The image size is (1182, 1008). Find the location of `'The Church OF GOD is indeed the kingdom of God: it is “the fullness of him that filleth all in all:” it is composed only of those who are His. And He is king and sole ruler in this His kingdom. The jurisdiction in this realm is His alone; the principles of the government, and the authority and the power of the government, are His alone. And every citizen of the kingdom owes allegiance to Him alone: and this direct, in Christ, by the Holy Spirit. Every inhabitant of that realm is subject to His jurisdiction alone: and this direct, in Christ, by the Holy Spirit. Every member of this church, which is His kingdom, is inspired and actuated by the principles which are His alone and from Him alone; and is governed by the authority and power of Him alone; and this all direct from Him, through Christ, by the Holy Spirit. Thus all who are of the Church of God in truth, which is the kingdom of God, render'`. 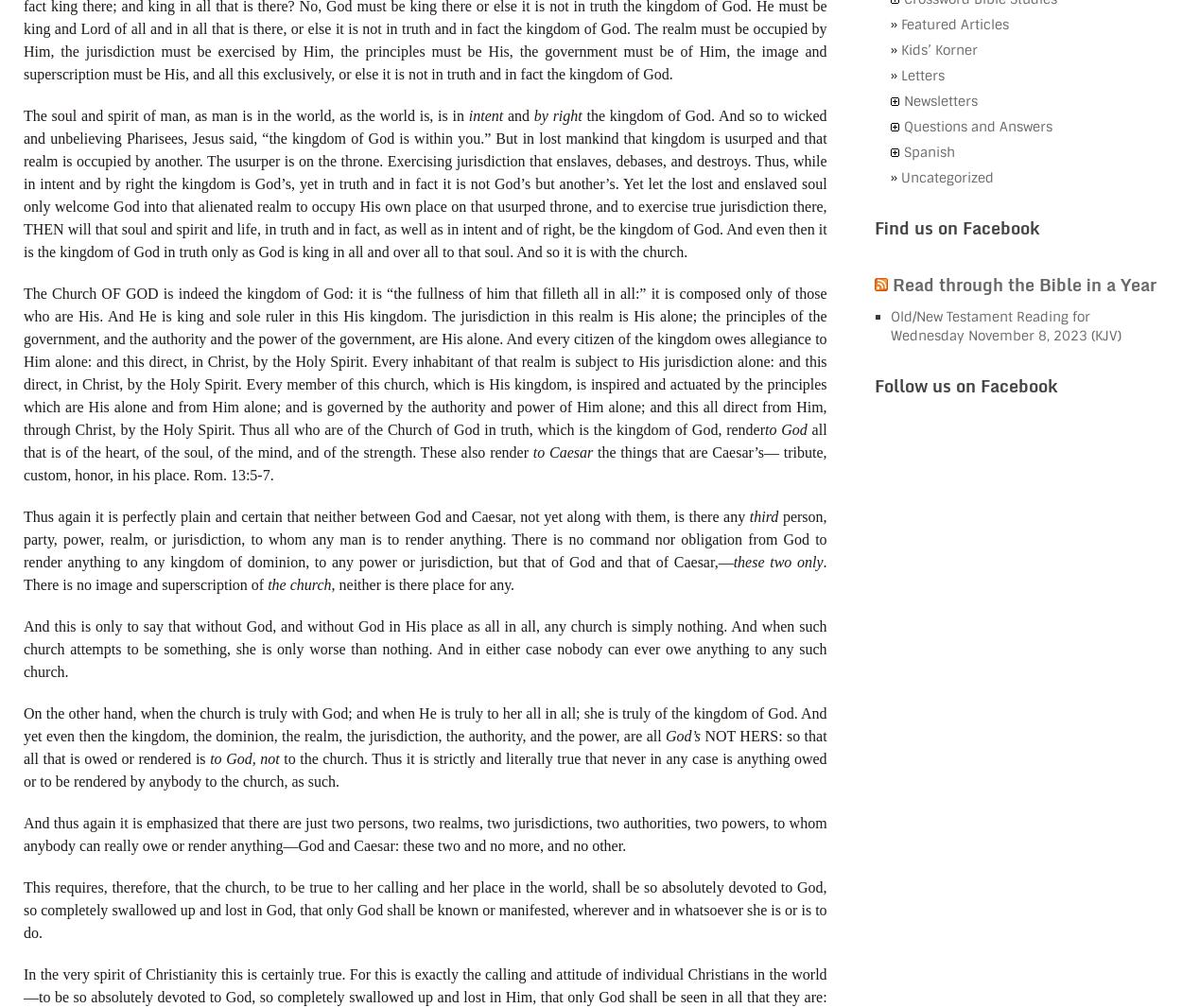

'The Church OF GOD is indeed the kingdom of God: it is “the fullness of him that filleth all in all:” it is composed only of those who are His. And He is king and sole ruler in this His kingdom. The jurisdiction in this realm is His alone; the principles of the government, and the authority and the power of the government, are His alone. And every citizen of the kingdom owes allegiance to Him alone: and this direct, in Christ, by the Holy Spirit. Every inhabitant of that realm is subject to His jurisdiction alone: and this direct, in Christ, by the Holy Spirit. Every member of this church, which is His kingdom, is inspired and actuated by the principles which are His alone and from Him alone; and is governed by the authority and power of Him alone; and this all direct from Him, through Christ, by the Holy Spirit. Thus all who are of the Church of God in truth, which is the kingdom of God, render' is located at coordinates (24, 360).